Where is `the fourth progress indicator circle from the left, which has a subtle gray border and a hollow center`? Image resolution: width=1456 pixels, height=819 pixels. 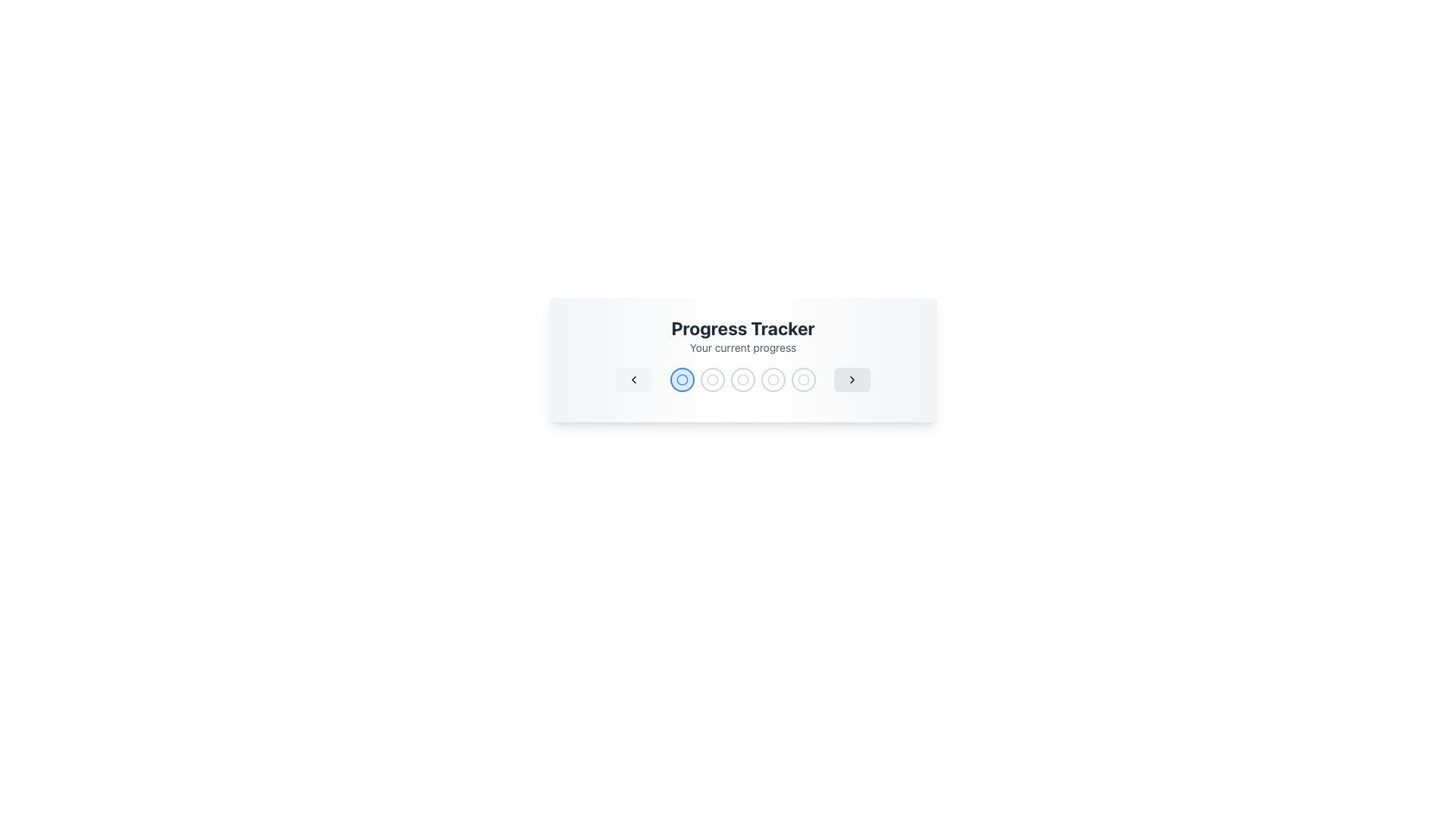
the fourth progress indicator circle from the left, which has a subtle gray border and a hollow center is located at coordinates (773, 379).